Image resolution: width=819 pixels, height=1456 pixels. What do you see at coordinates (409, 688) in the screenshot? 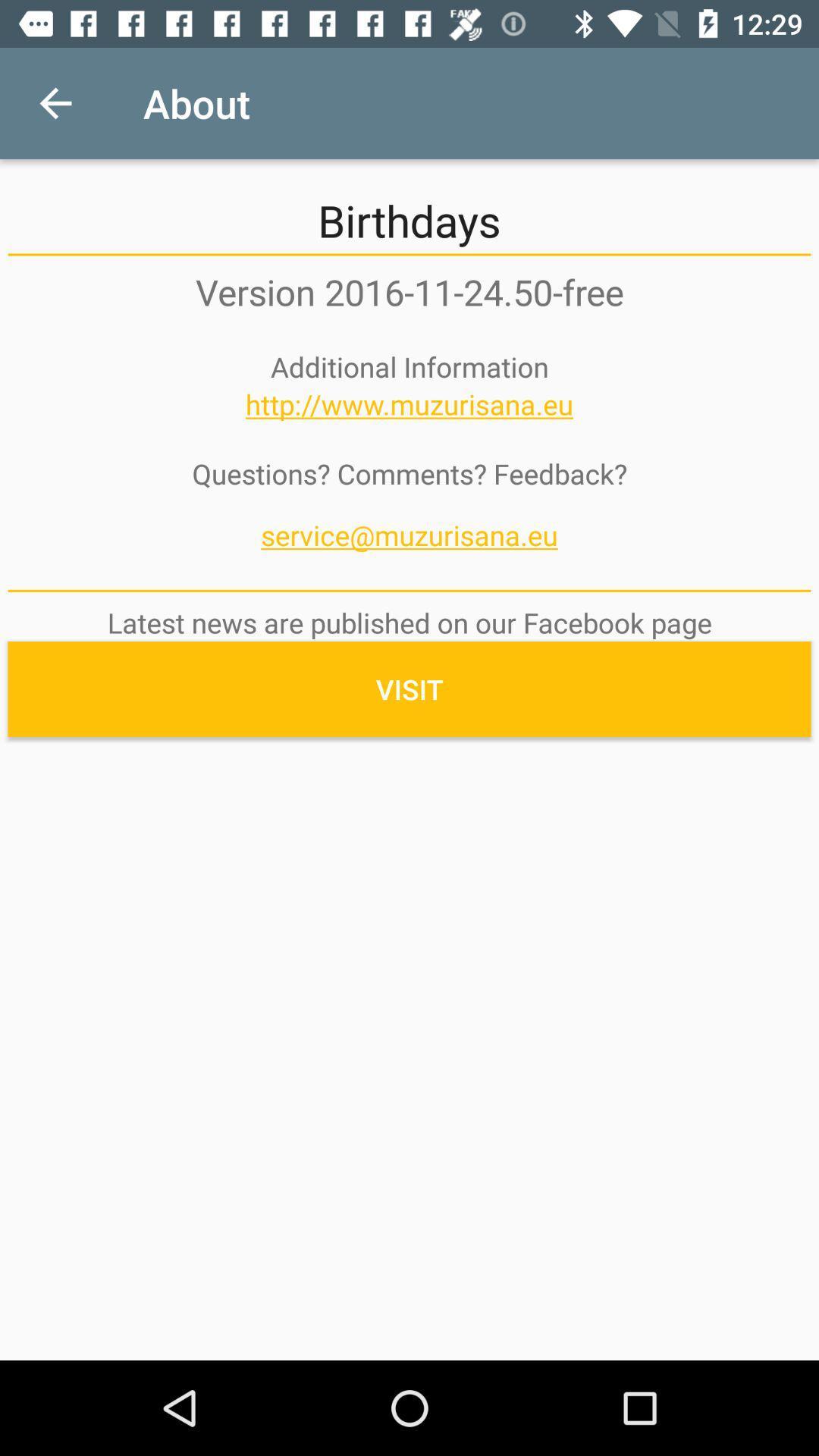
I see `visit icon` at bounding box center [409, 688].